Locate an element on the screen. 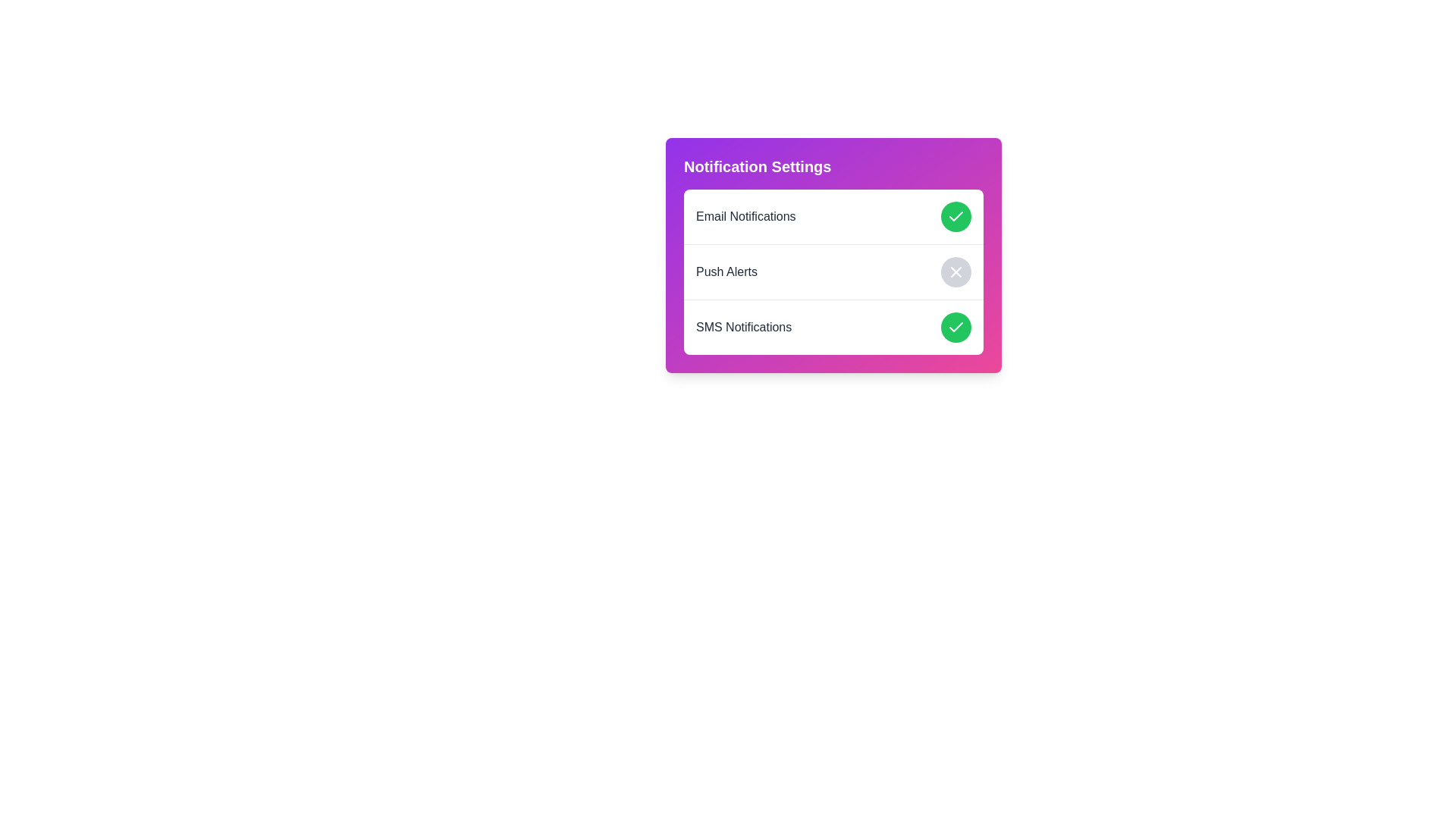 The width and height of the screenshot is (1456, 819). the state represented by the 'Email Notifications' icon in the settings panel, which signifies the enabled state of this notification category is located at coordinates (955, 327).